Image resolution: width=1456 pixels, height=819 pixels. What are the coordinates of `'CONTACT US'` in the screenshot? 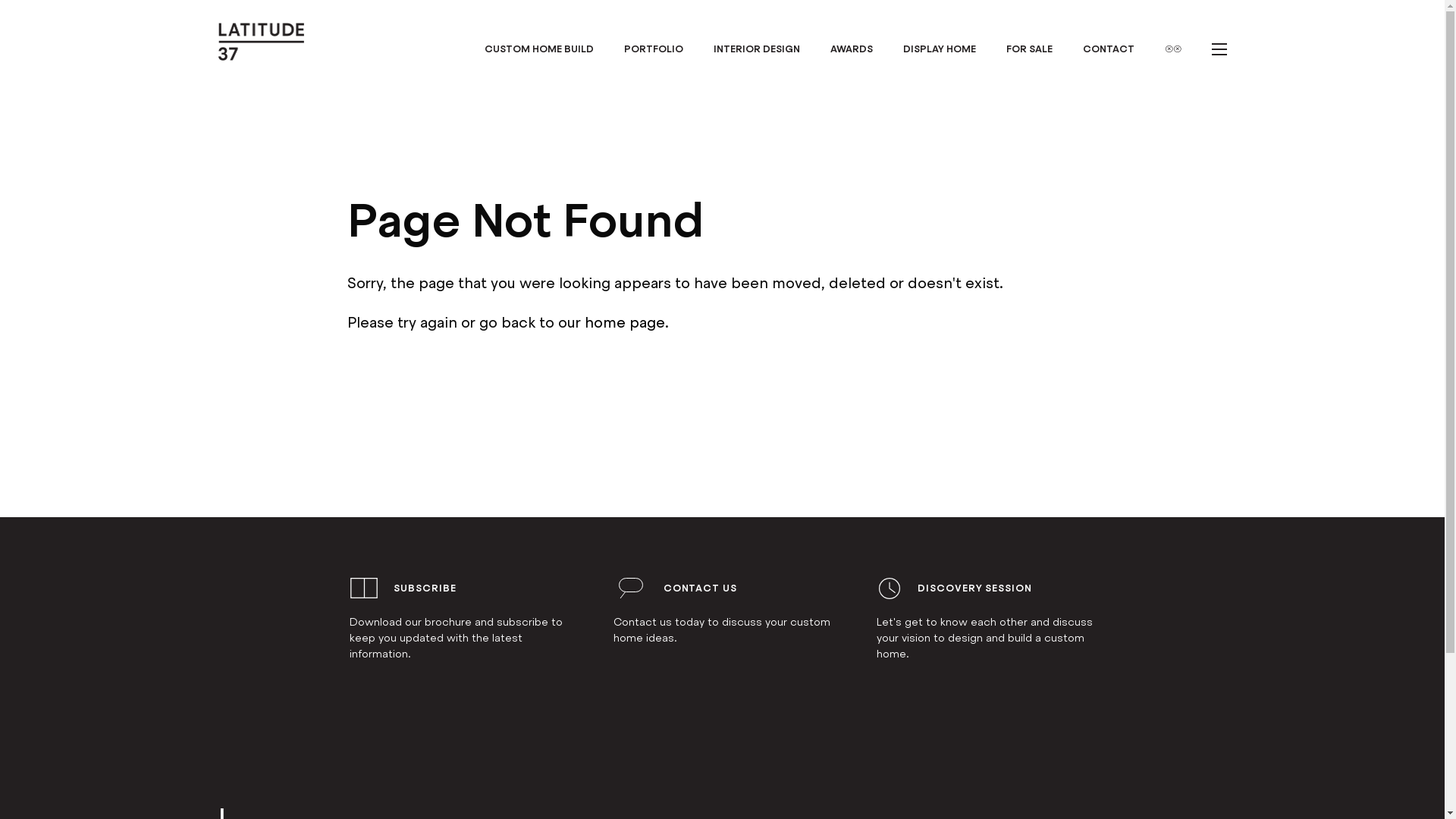 It's located at (699, 587).